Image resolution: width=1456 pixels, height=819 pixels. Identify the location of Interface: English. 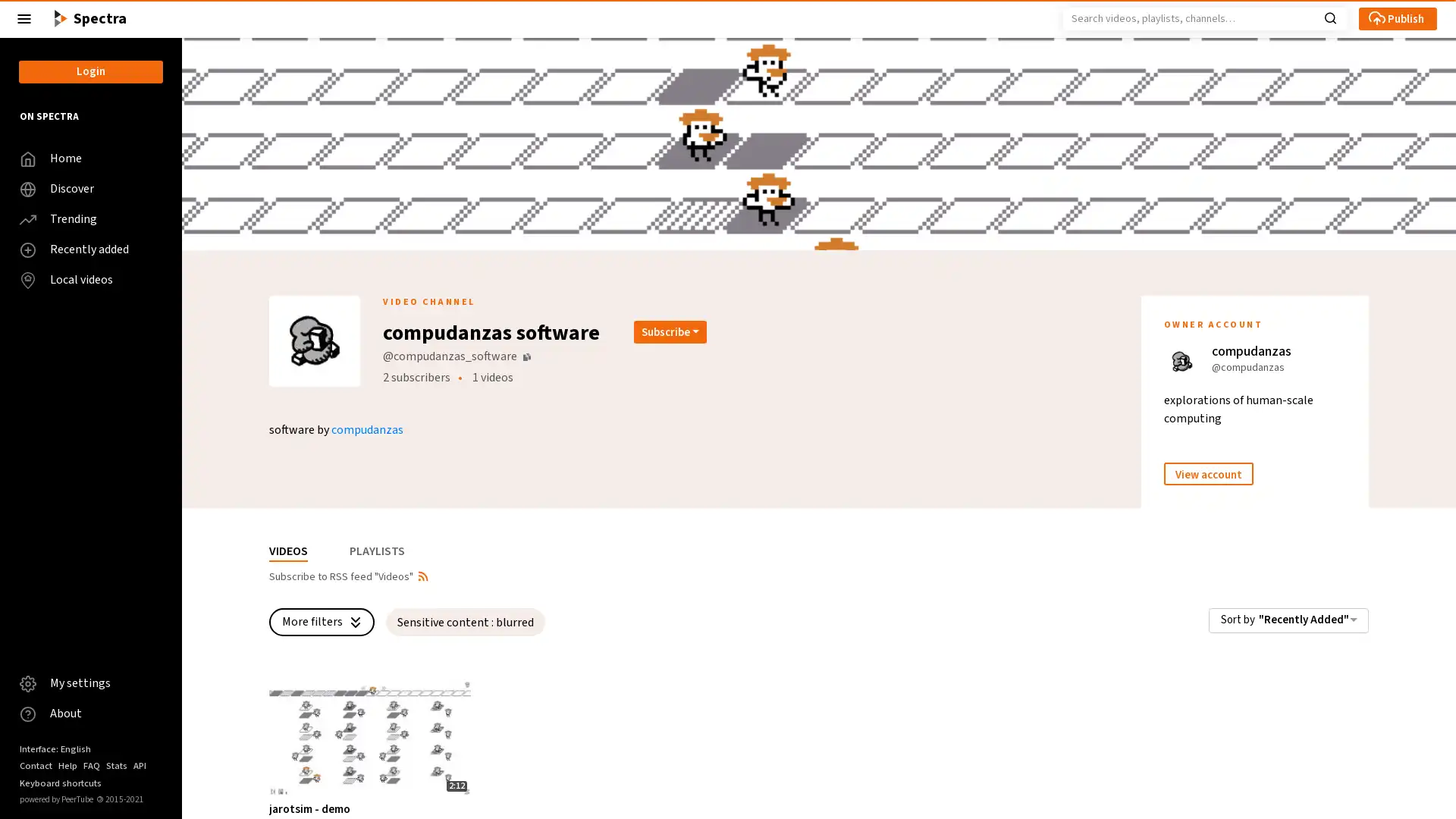
(55, 748).